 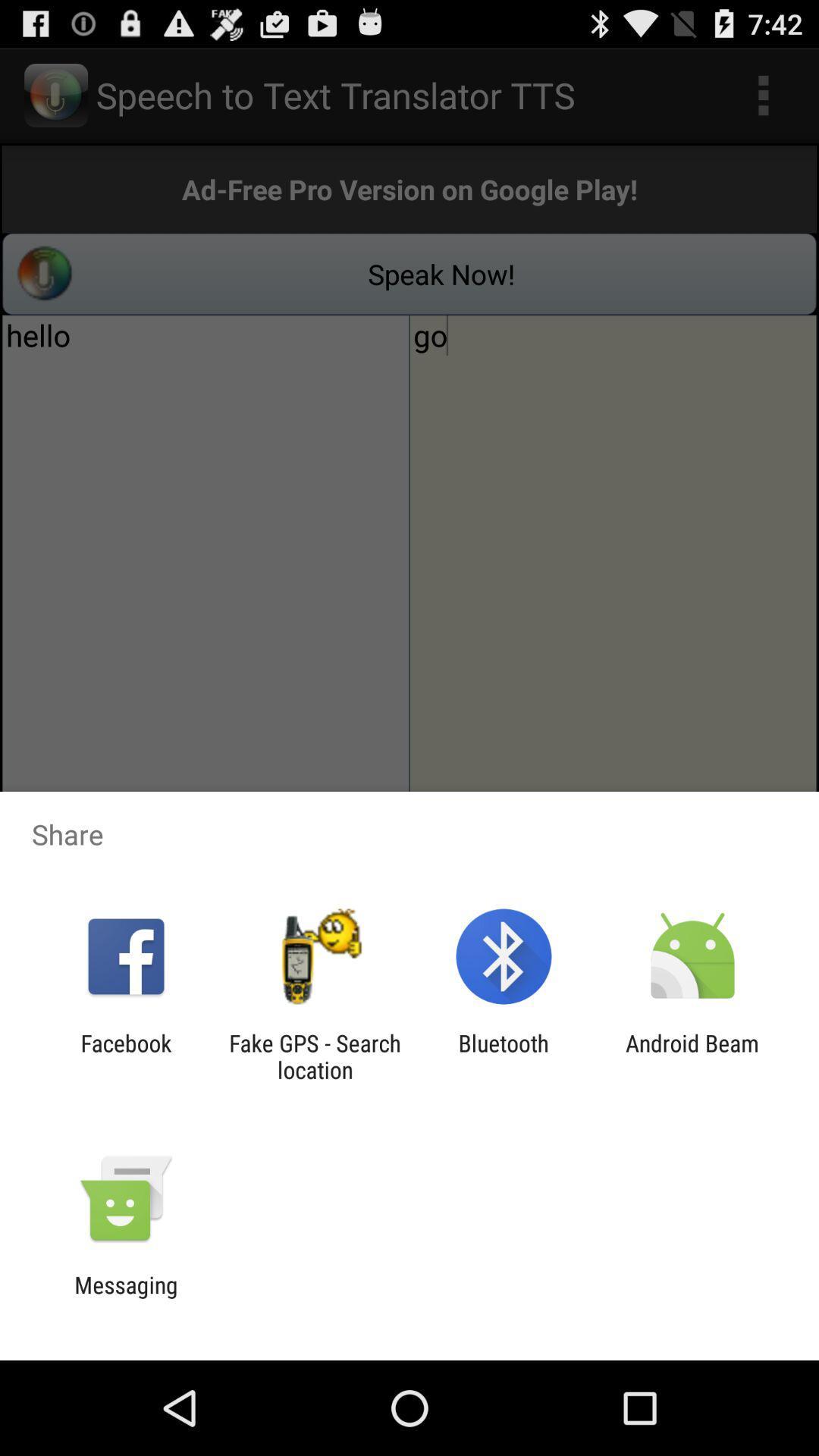 I want to click on the fake gps search app, so click(x=314, y=1056).